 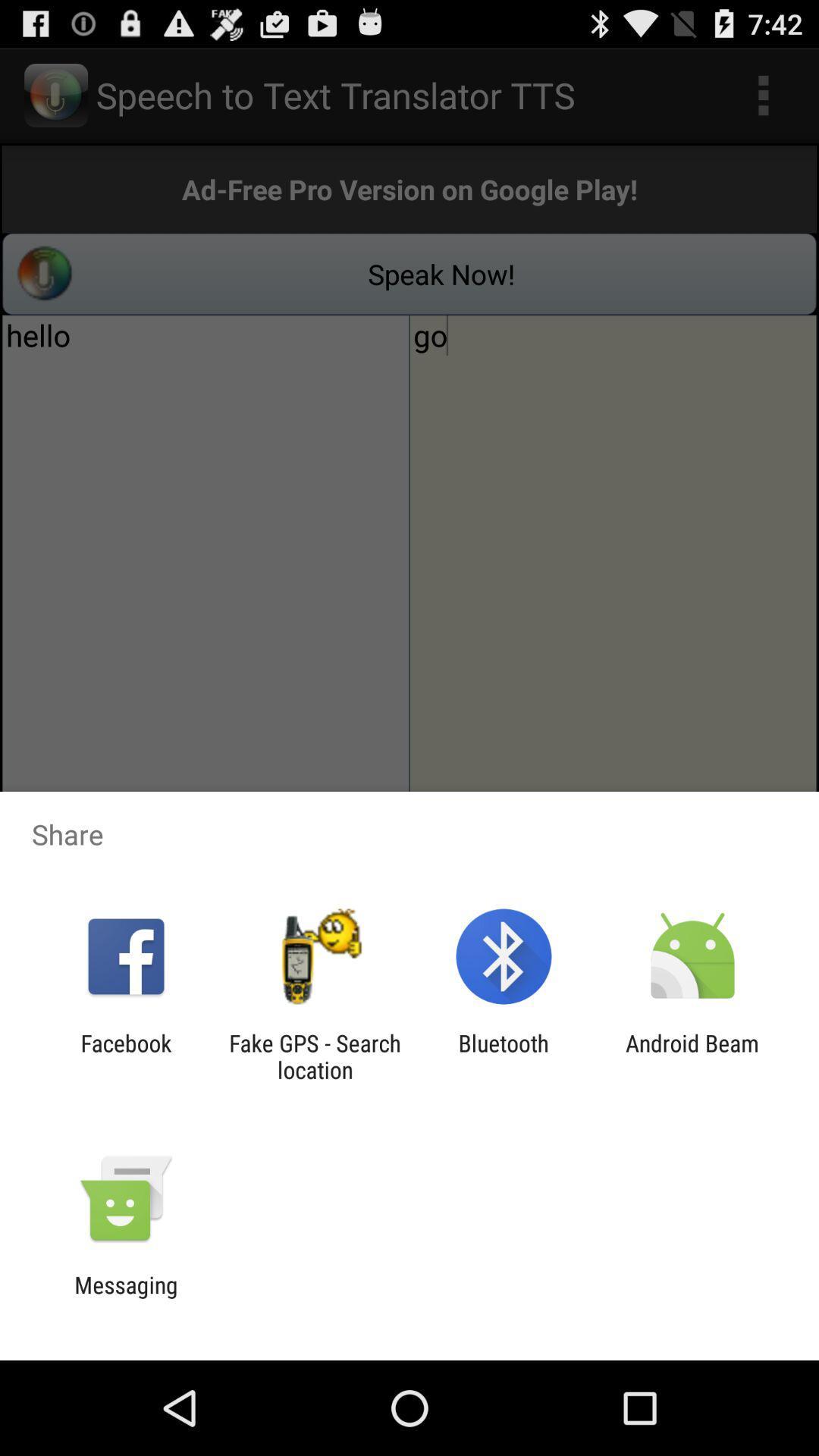 I want to click on the fake gps search app, so click(x=314, y=1056).